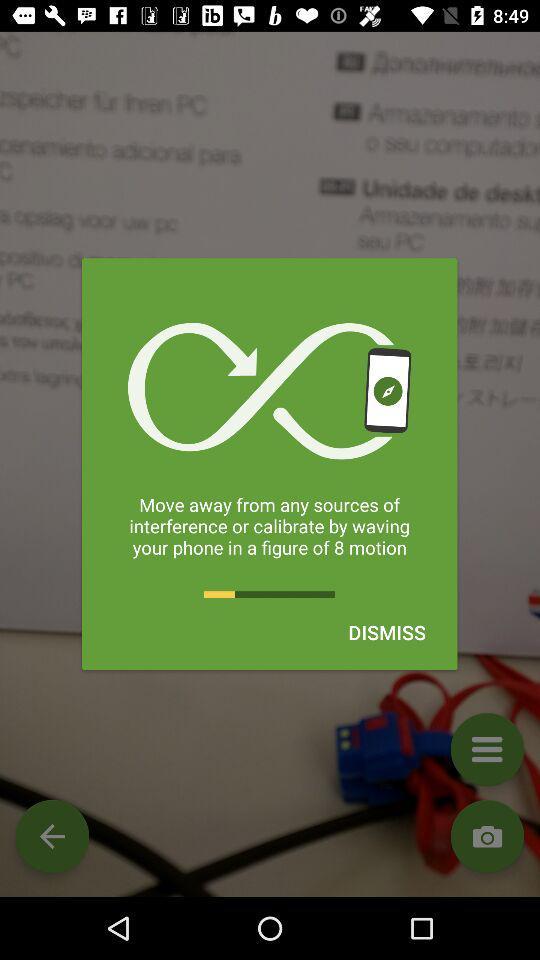 The image size is (540, 960). What do you see at coordinates (387, 631) in the screenshot?
I see `the icon on the right` at bounding box center [387, 631].